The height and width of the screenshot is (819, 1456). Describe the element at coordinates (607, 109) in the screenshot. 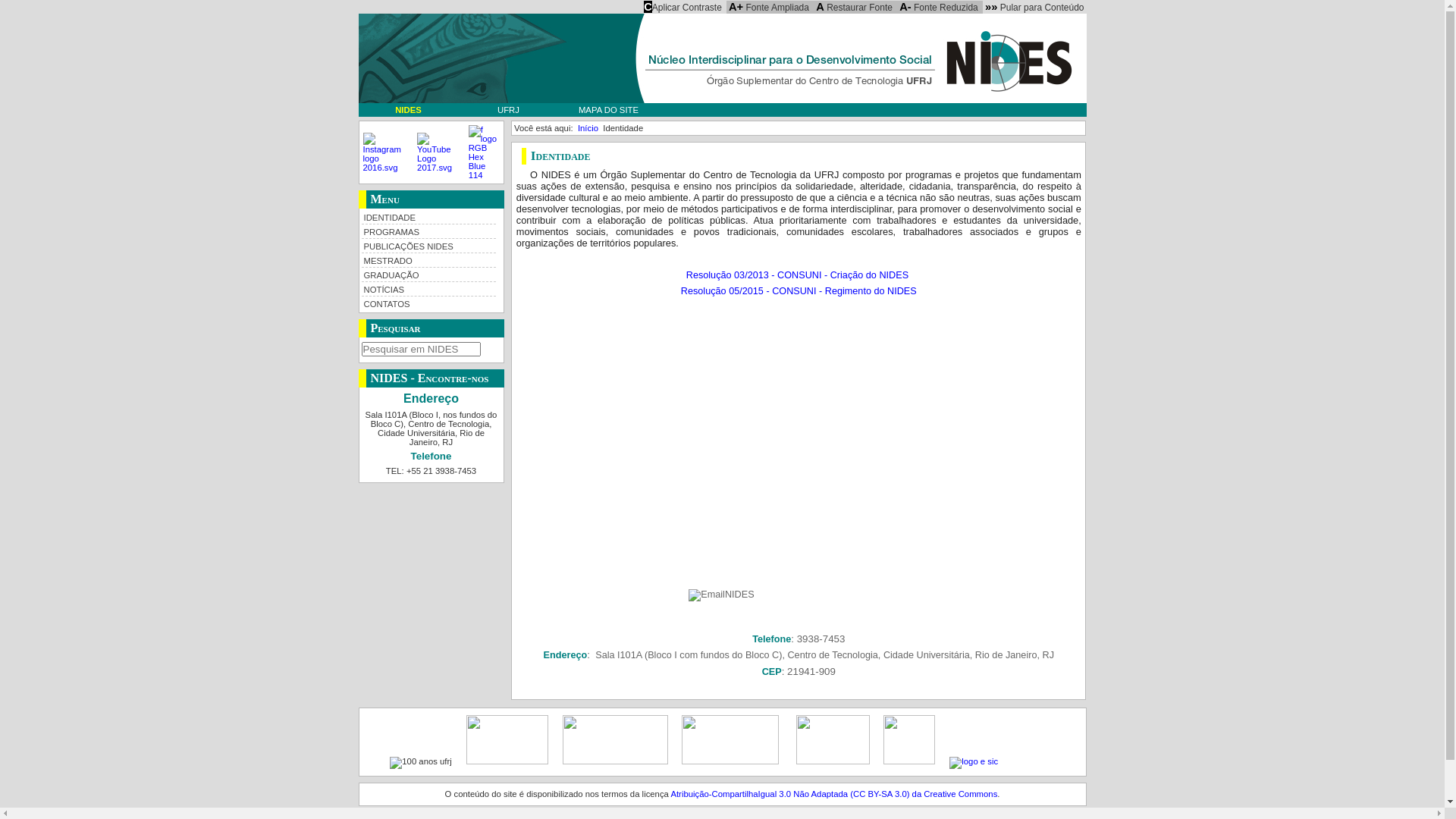

I see `'MAPA DO SITE'` at that location.